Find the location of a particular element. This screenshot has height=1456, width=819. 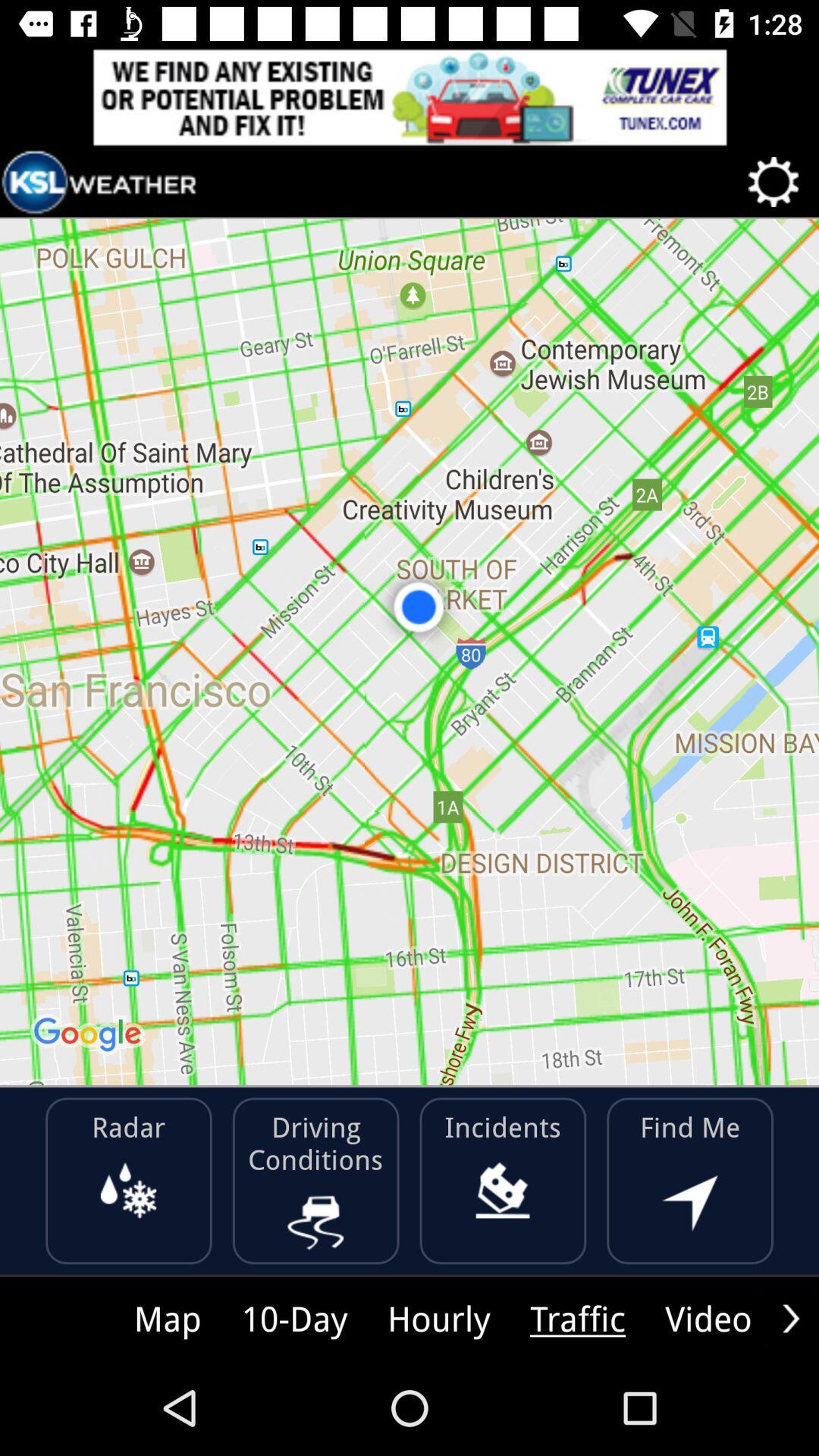

more options is located at coordinates (790, 1317).